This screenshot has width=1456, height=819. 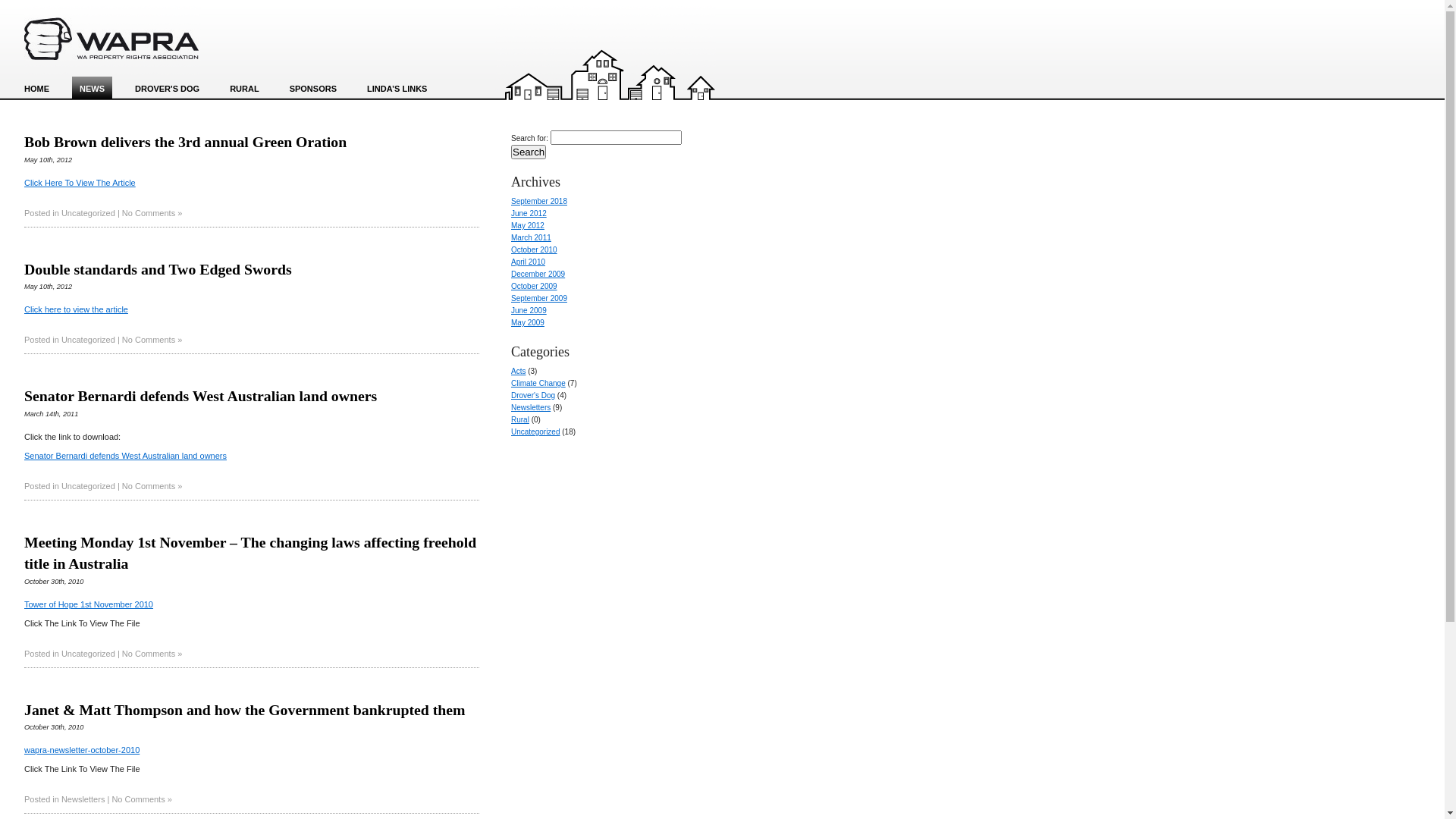 I want to click on 'Senator Bernardi defends West Australian land owners', so click(x=125, y=455).